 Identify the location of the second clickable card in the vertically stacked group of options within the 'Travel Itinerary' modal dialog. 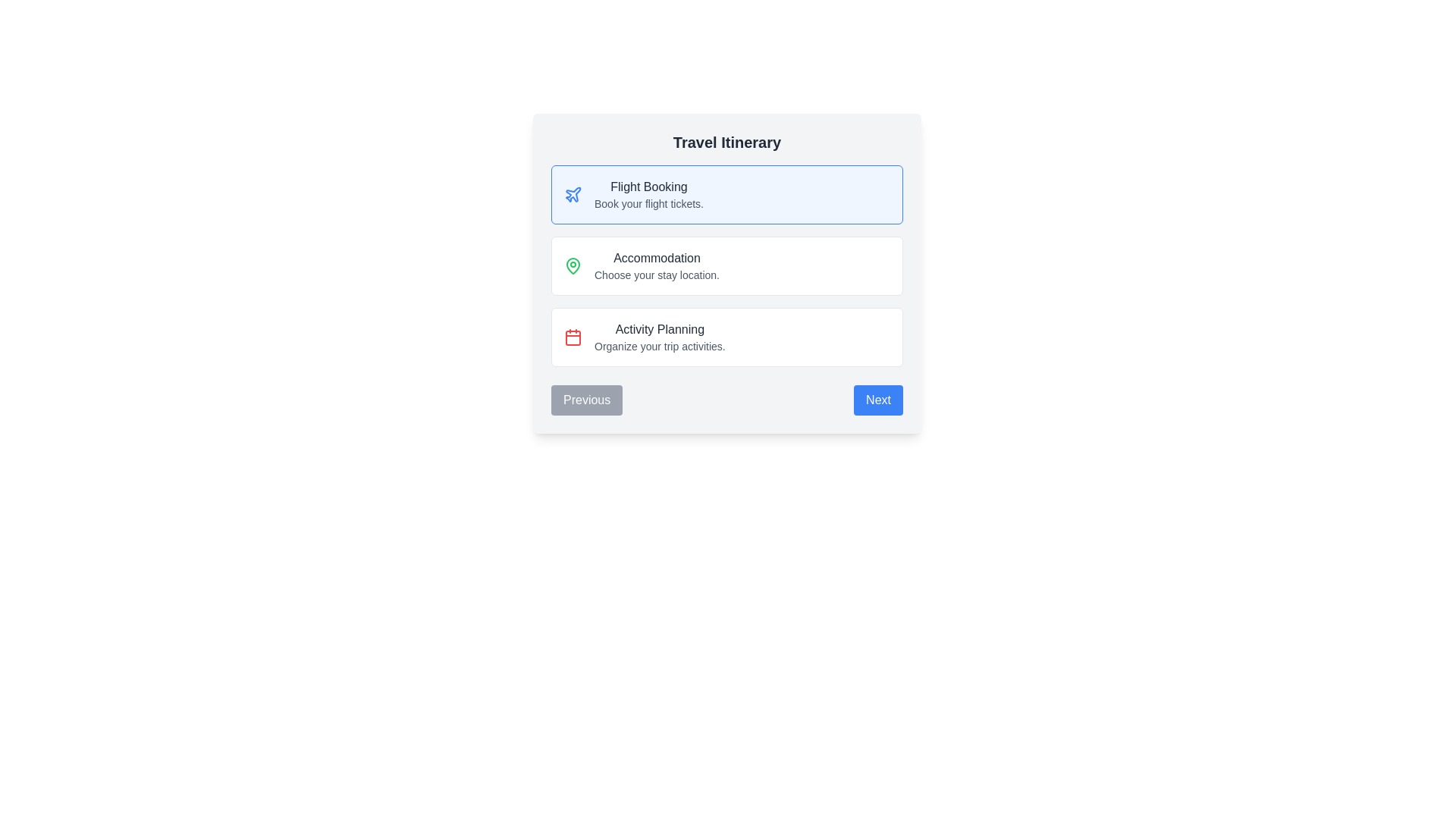
(726, 265).